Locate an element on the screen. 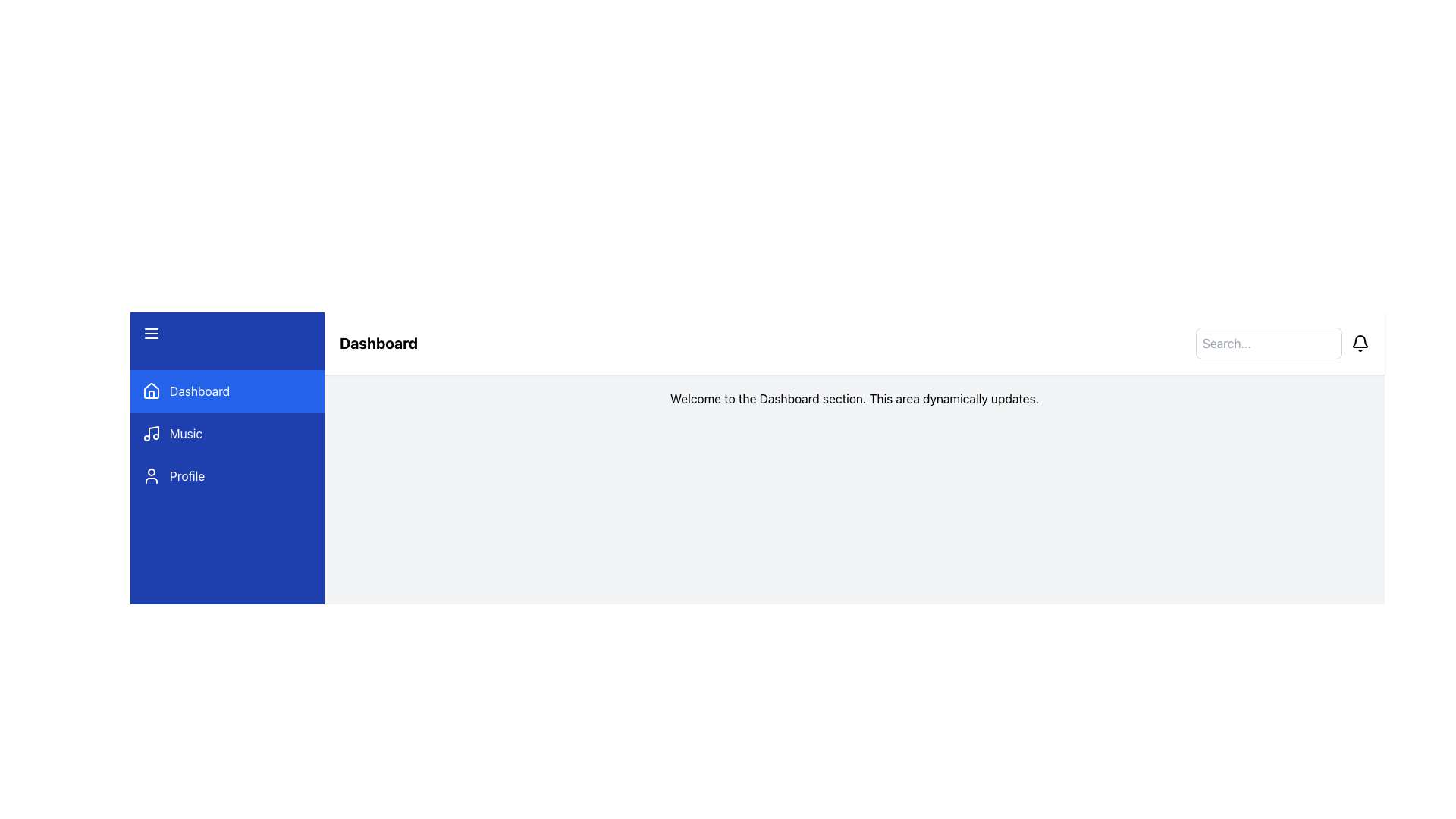 The height and width of the screenshot is (819, 1456). text content of the 'Profile' text label, which is the third item in the vertical list of menu options in the sidebar, displayed in white over a blue background is located at coordinates (187, 475).